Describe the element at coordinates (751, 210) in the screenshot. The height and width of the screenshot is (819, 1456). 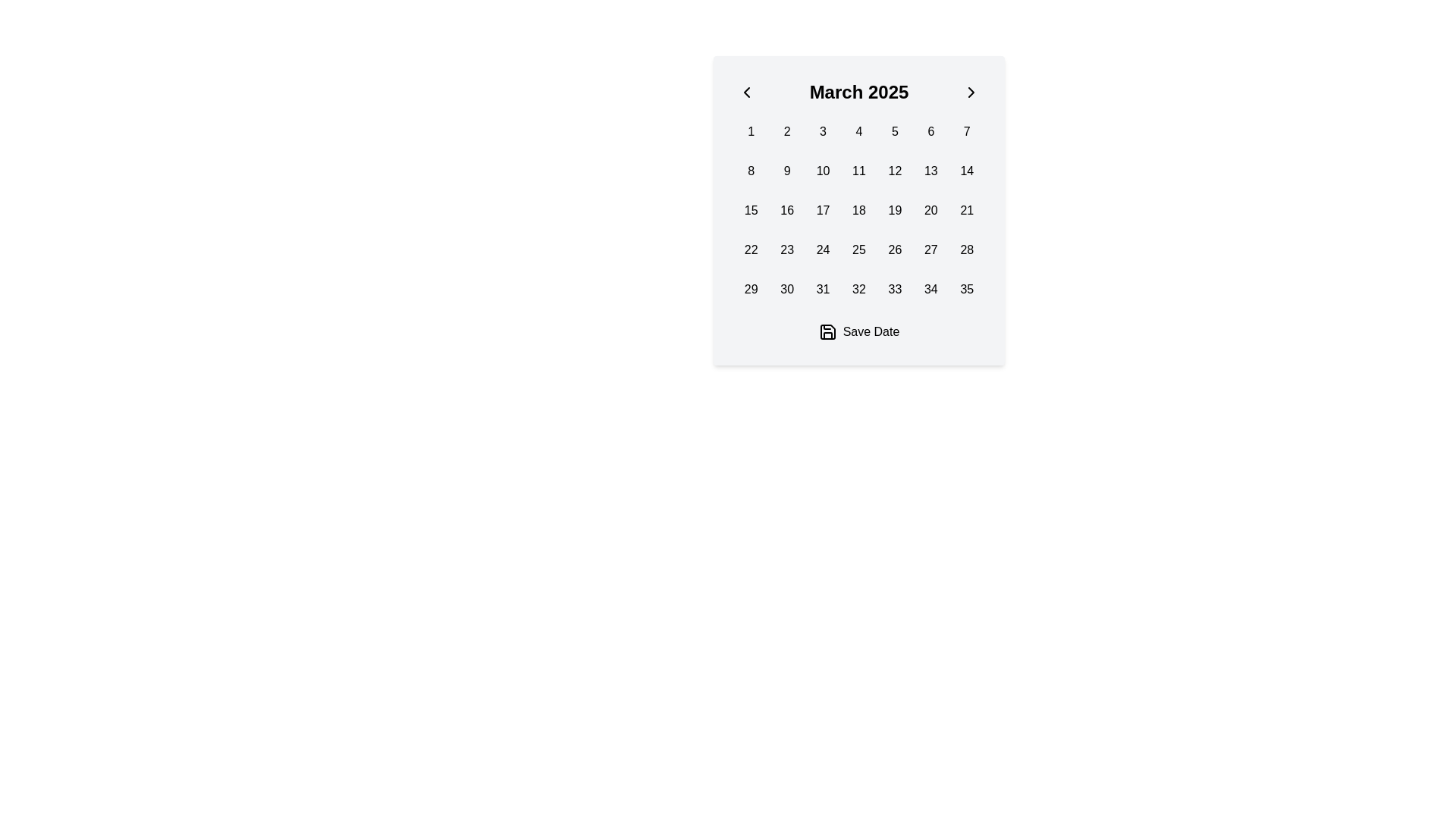
I see `the button displaying the number '15' in the date-picker interface under the header 'March 2025'` at that location.